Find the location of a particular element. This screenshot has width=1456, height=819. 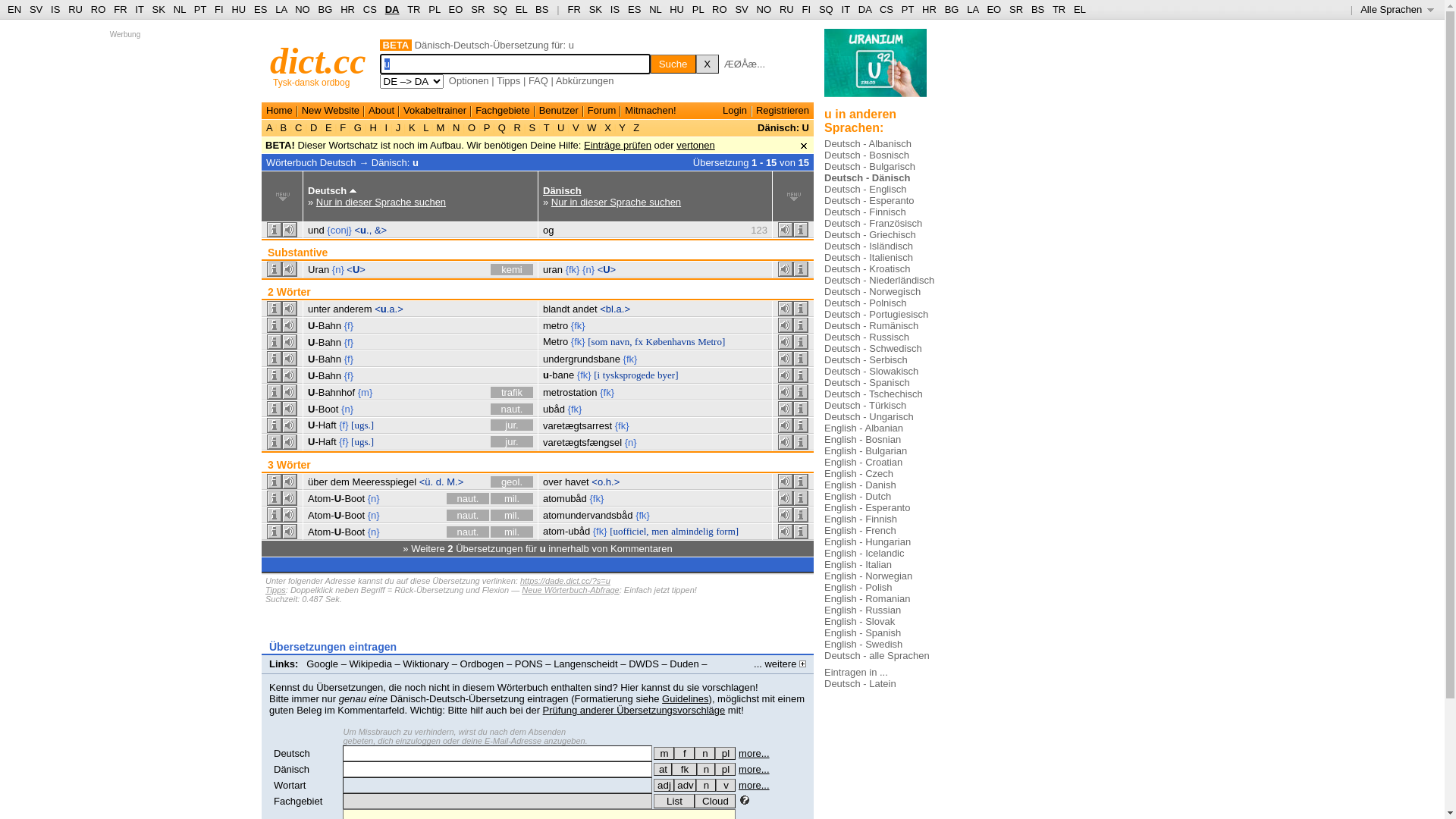

'naut.' is located at coordinates (467, 514).